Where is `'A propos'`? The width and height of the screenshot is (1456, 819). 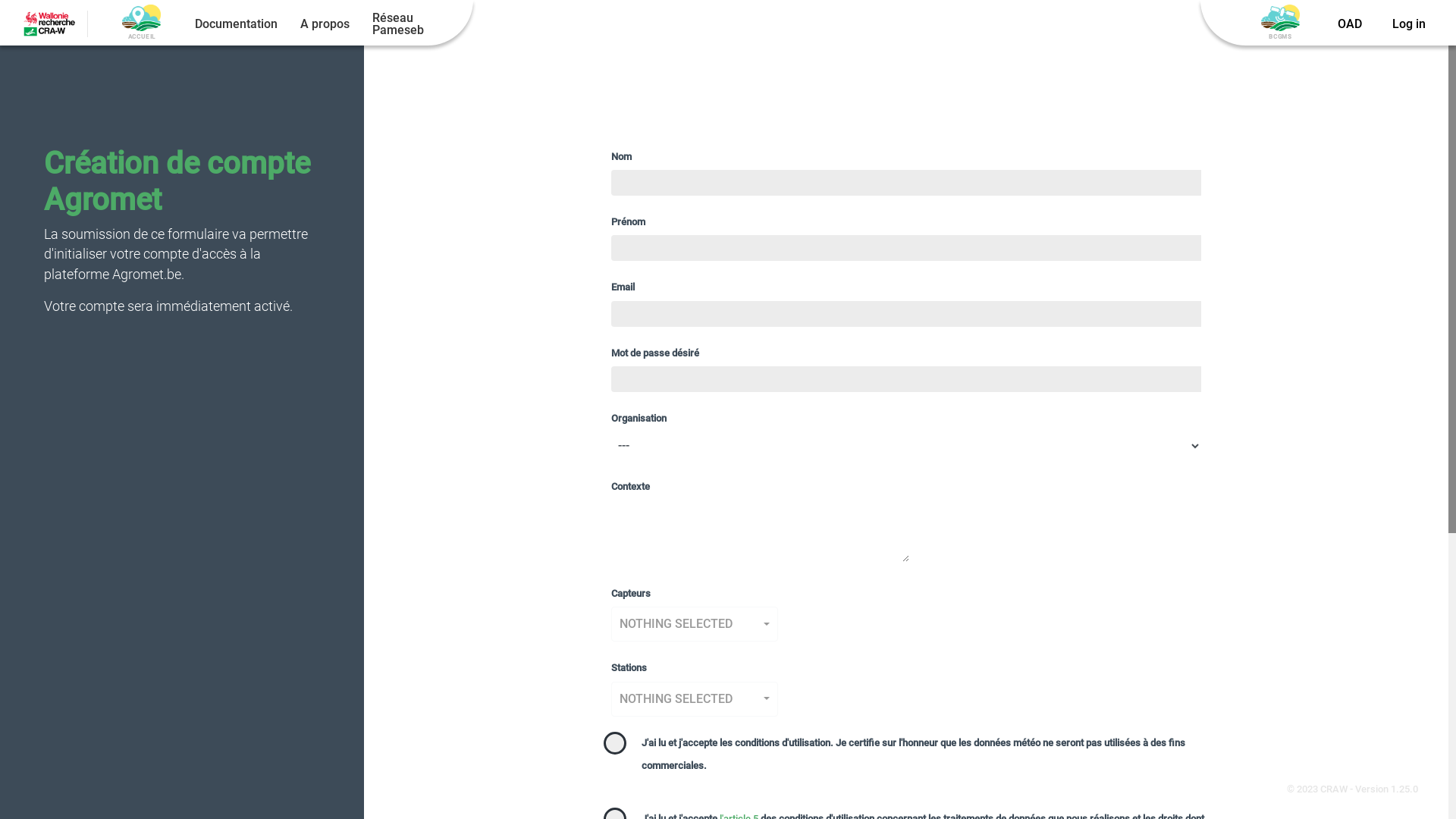
'A propos' is located at coordinates (324, 24).